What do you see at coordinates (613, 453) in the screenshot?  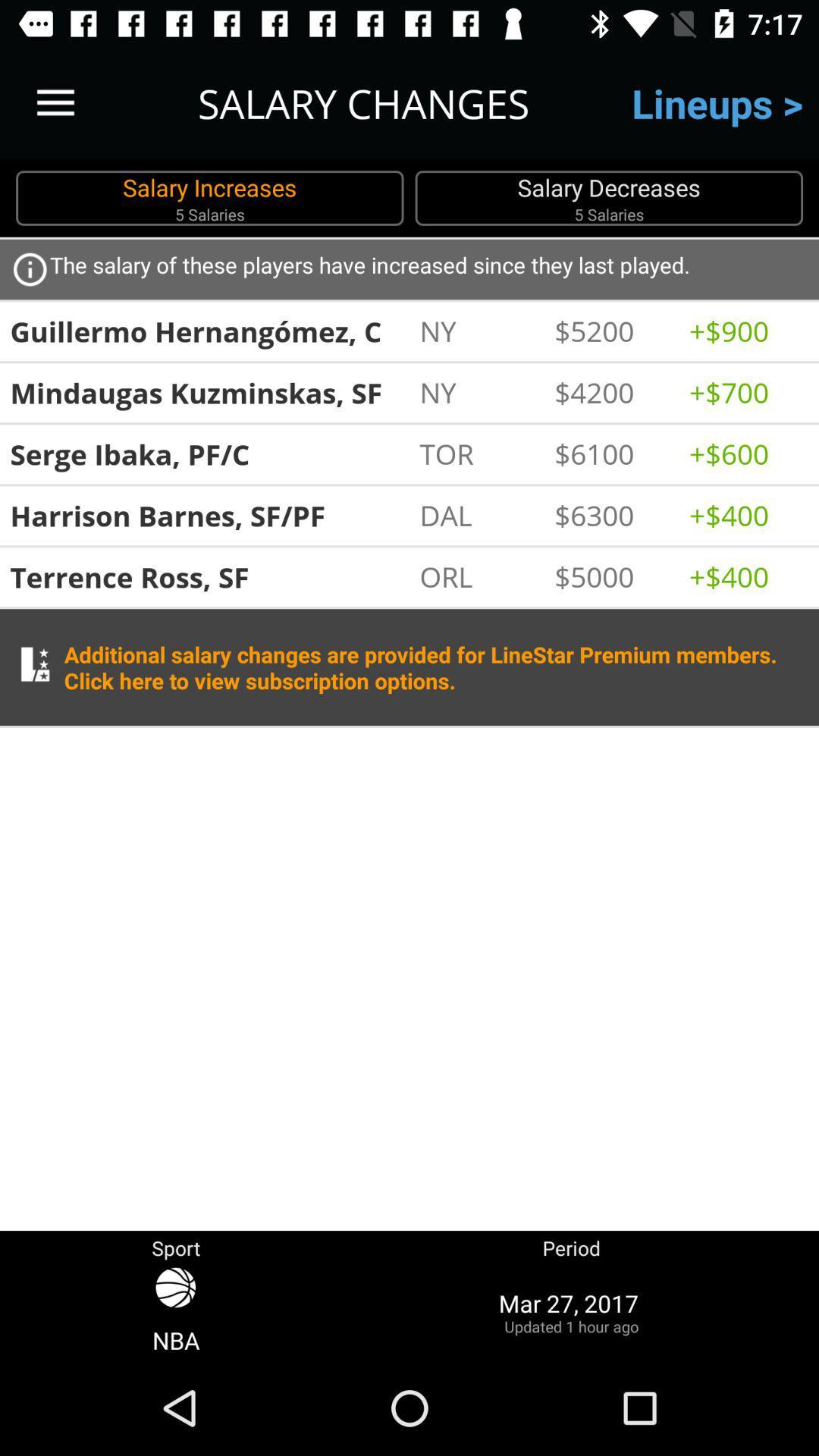 I see `icon next to tor item` at bounding box center [613, 453].